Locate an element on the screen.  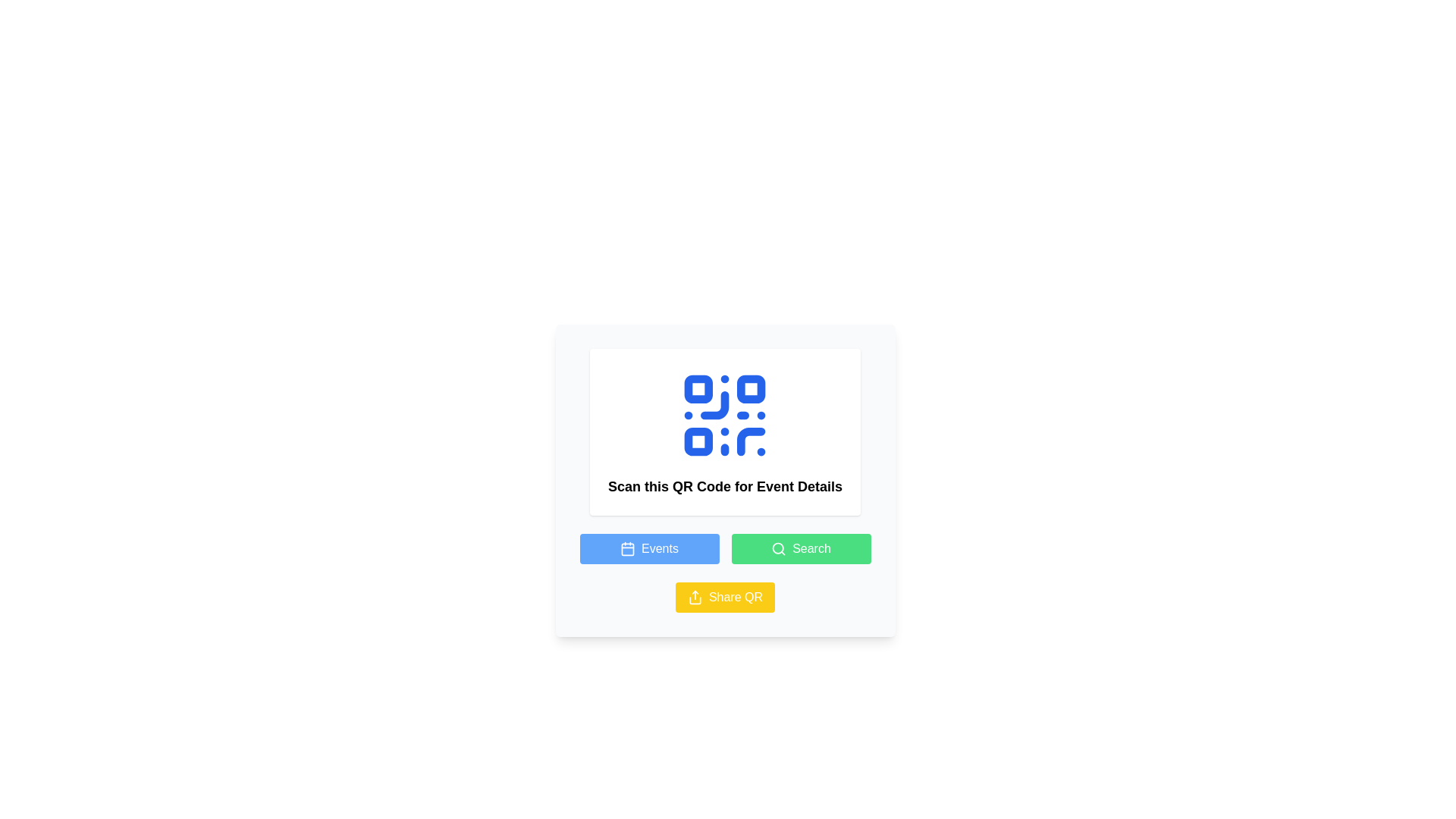
informational label that instructs users to scan the QR code for further details about the event, which is located below the QR code icon and above the buttons labeled 'Events,' 'Search,' and 'Share QR.' is located at coordinates (724, 486).